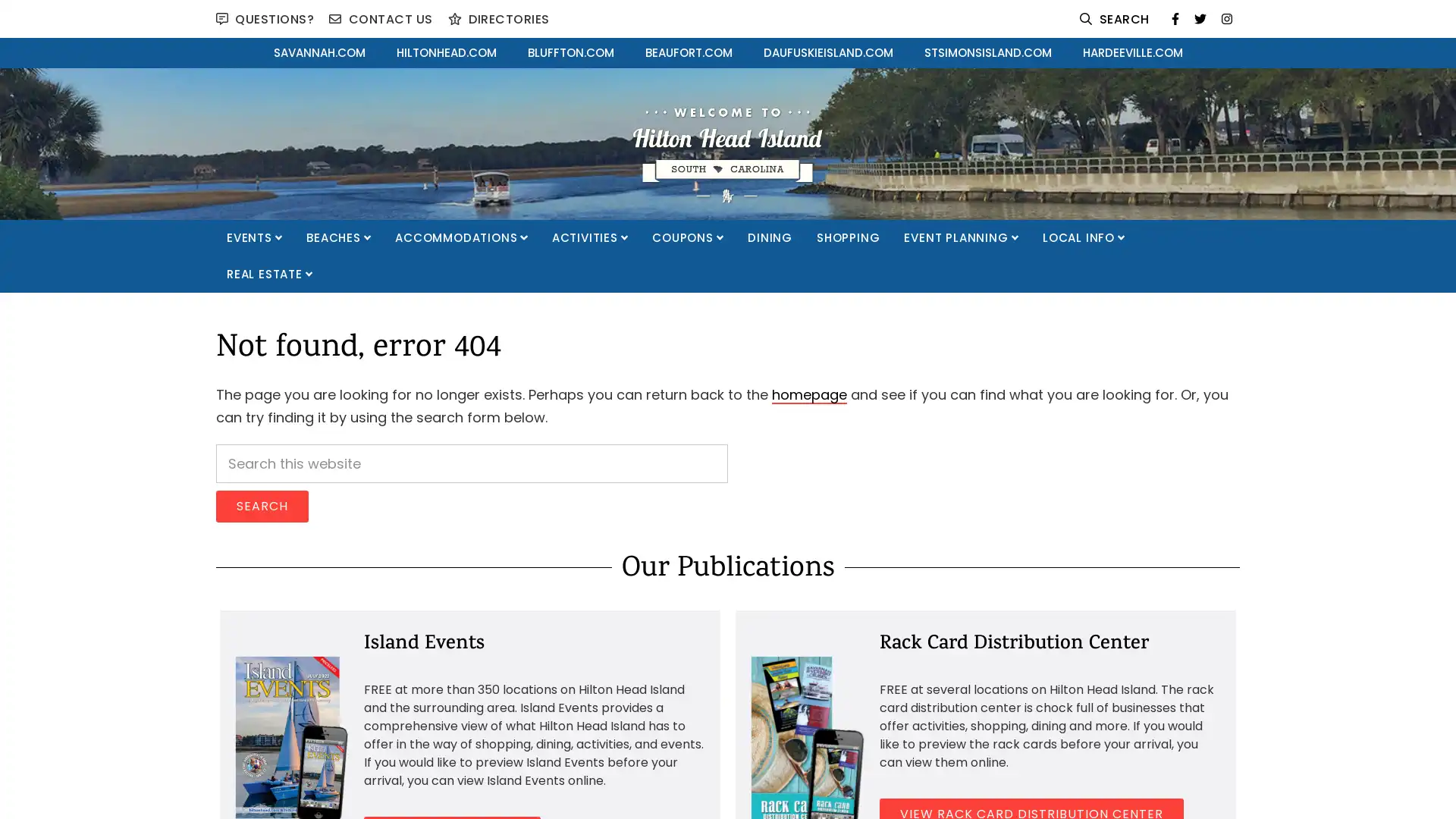  What do you see at coordinates (262, 507) in the screenshot?
I see `Search` at bounding box center [262, 507].